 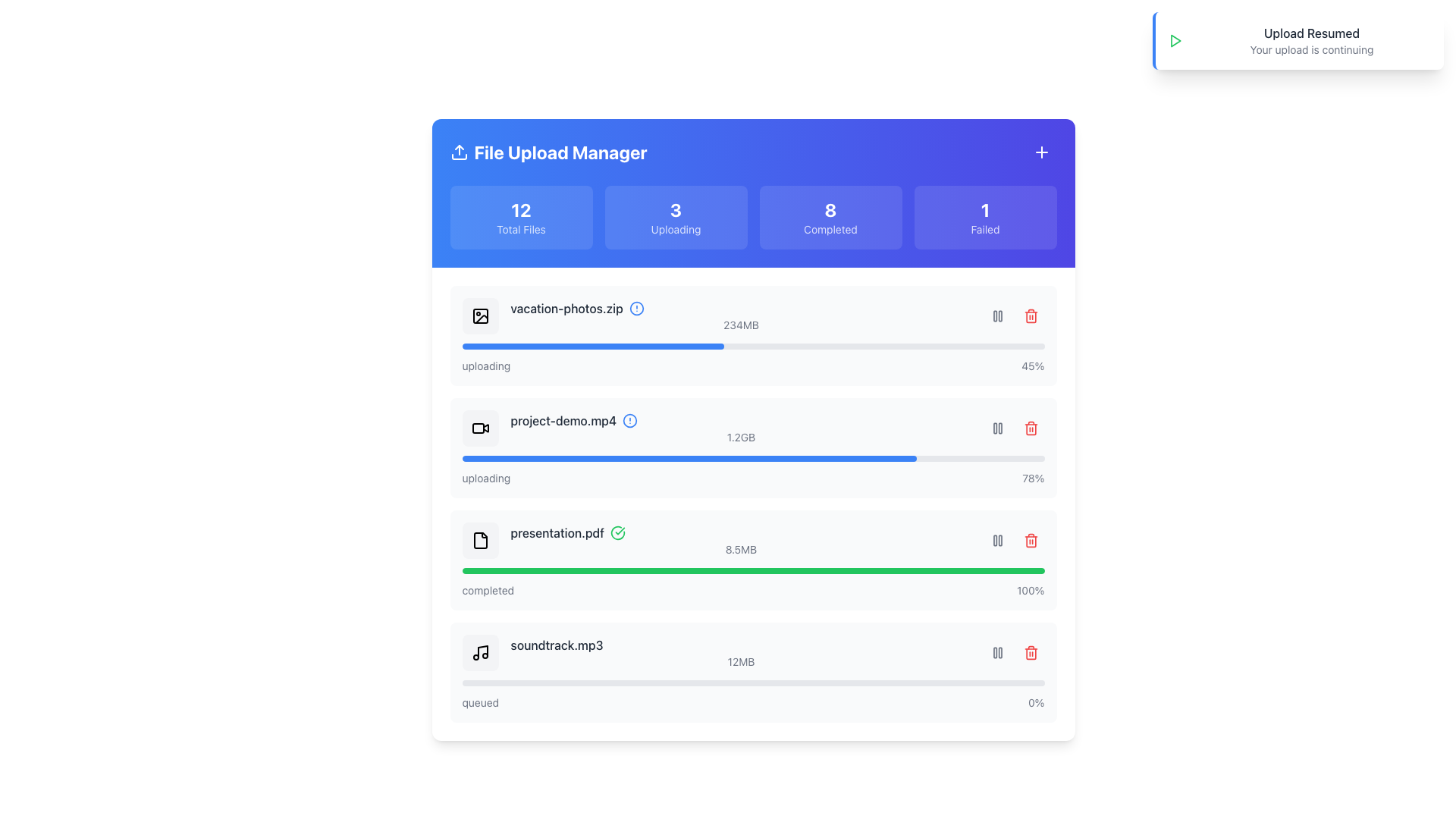 I want to click on the delete button located next to the progress bar and file details of the second item in the file list, so click(x=1031, y=428).